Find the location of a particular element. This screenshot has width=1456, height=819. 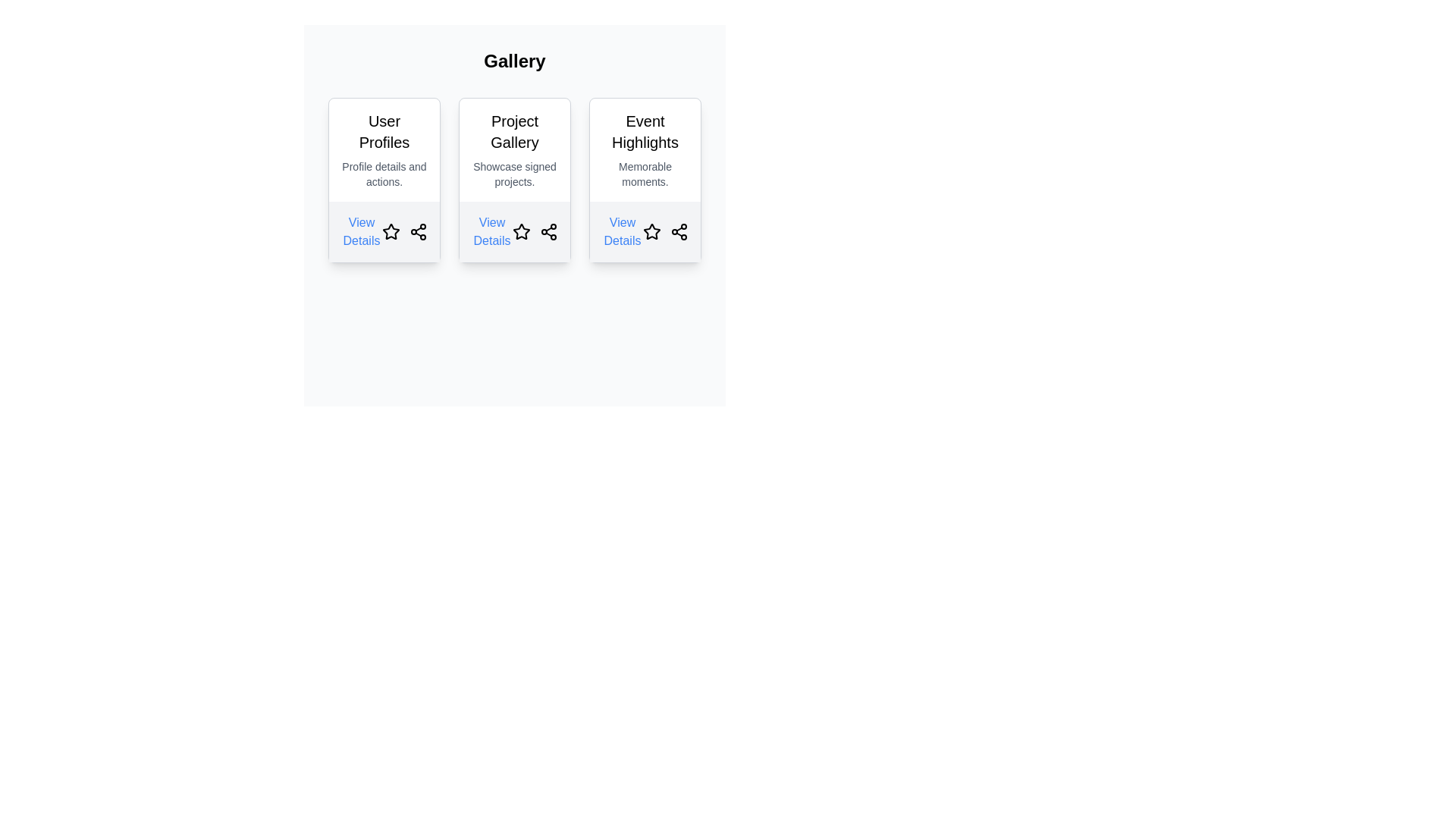

the Share button located in the Project Gallery card, which is the second icon from the right in the interaction bar at the bottom is located at coordinates (548, 231).